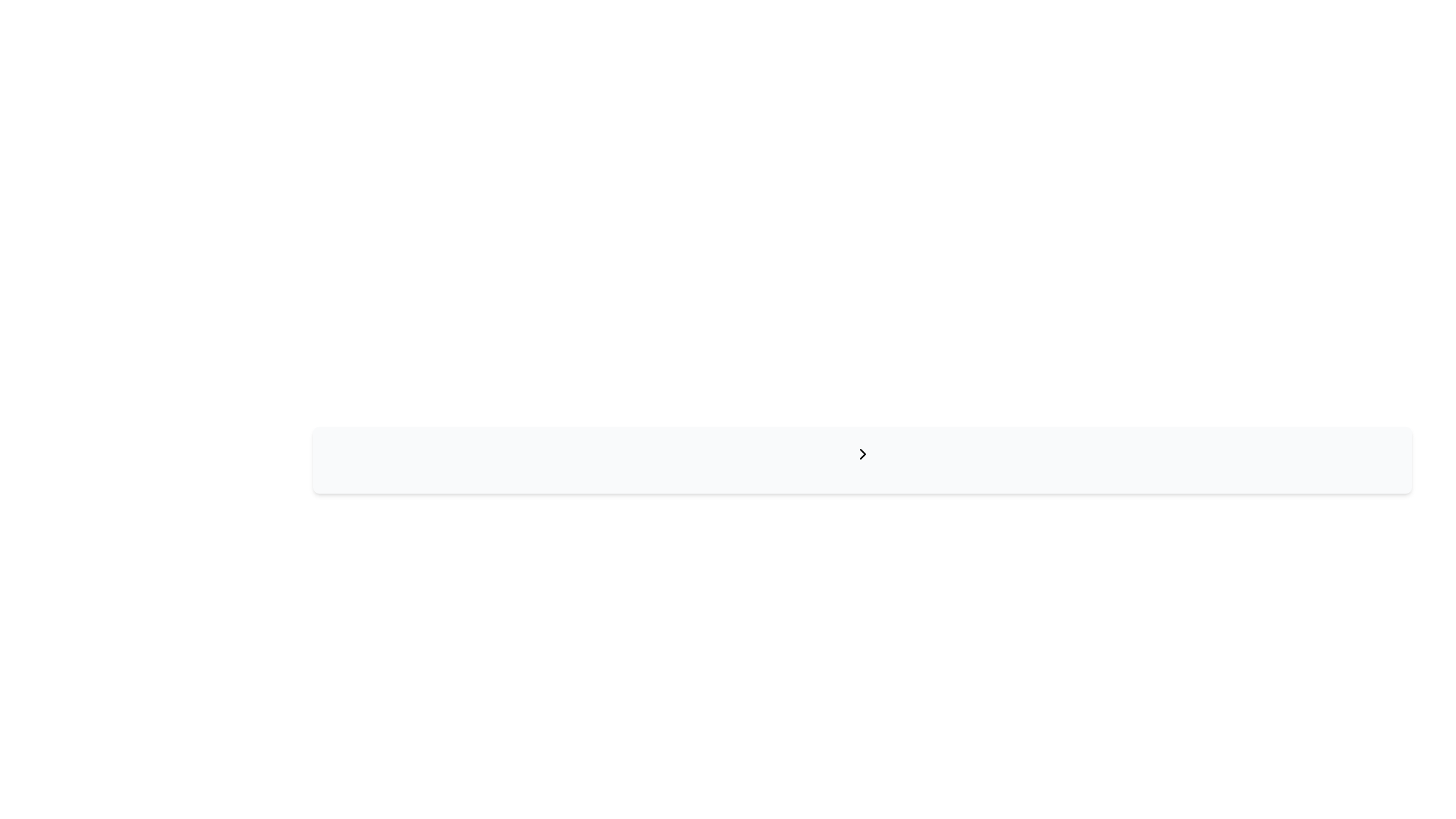 The height and width of the screenshot is (819, 1456). Describe the element at coordinates (862, 459) in the screenshot. I see `the chevron icon pointing to the right for accessibility purposes` at that location.